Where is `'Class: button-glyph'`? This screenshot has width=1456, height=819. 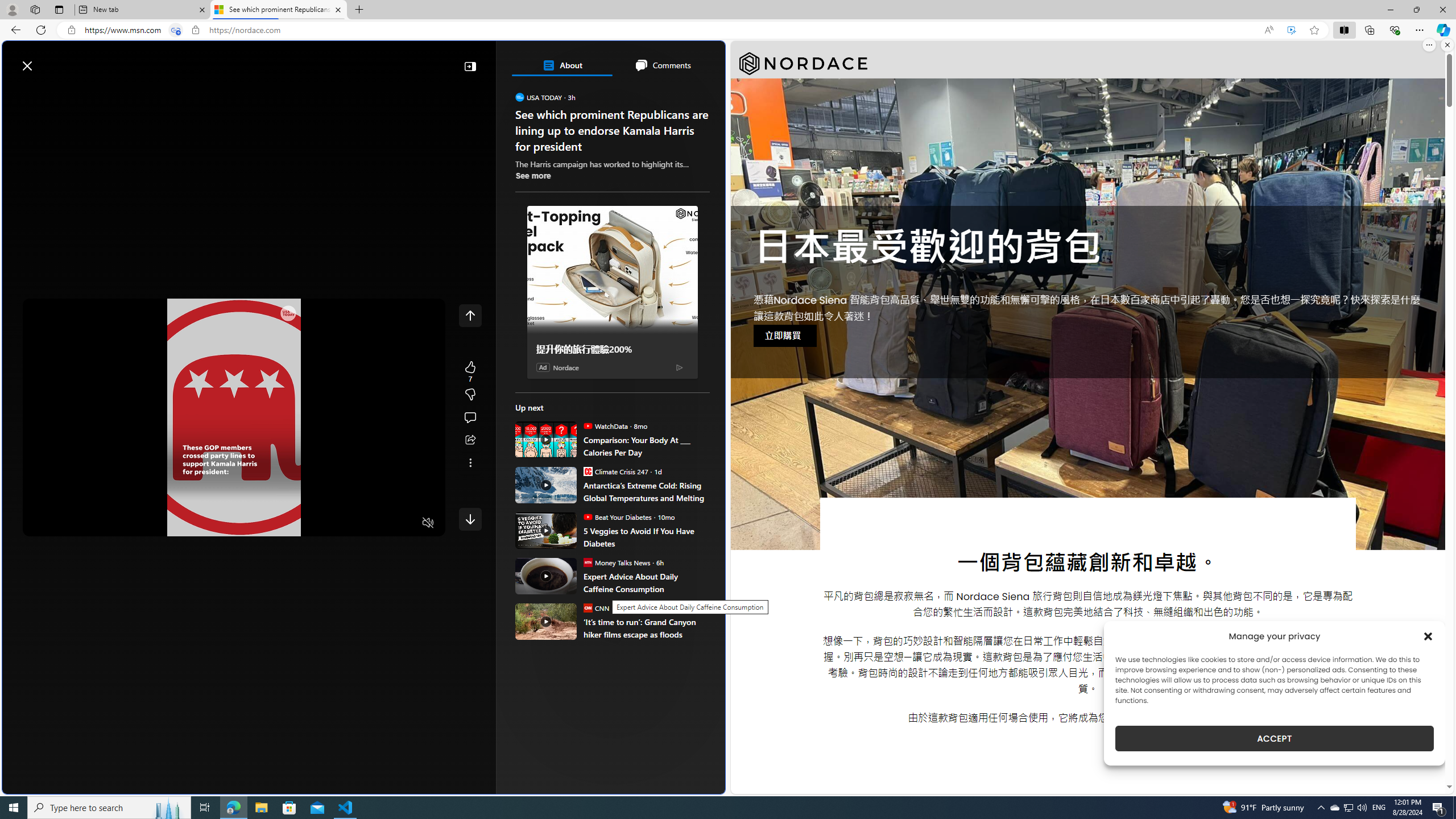 'Class: button-glyph' is located at coordinates (16, 92).